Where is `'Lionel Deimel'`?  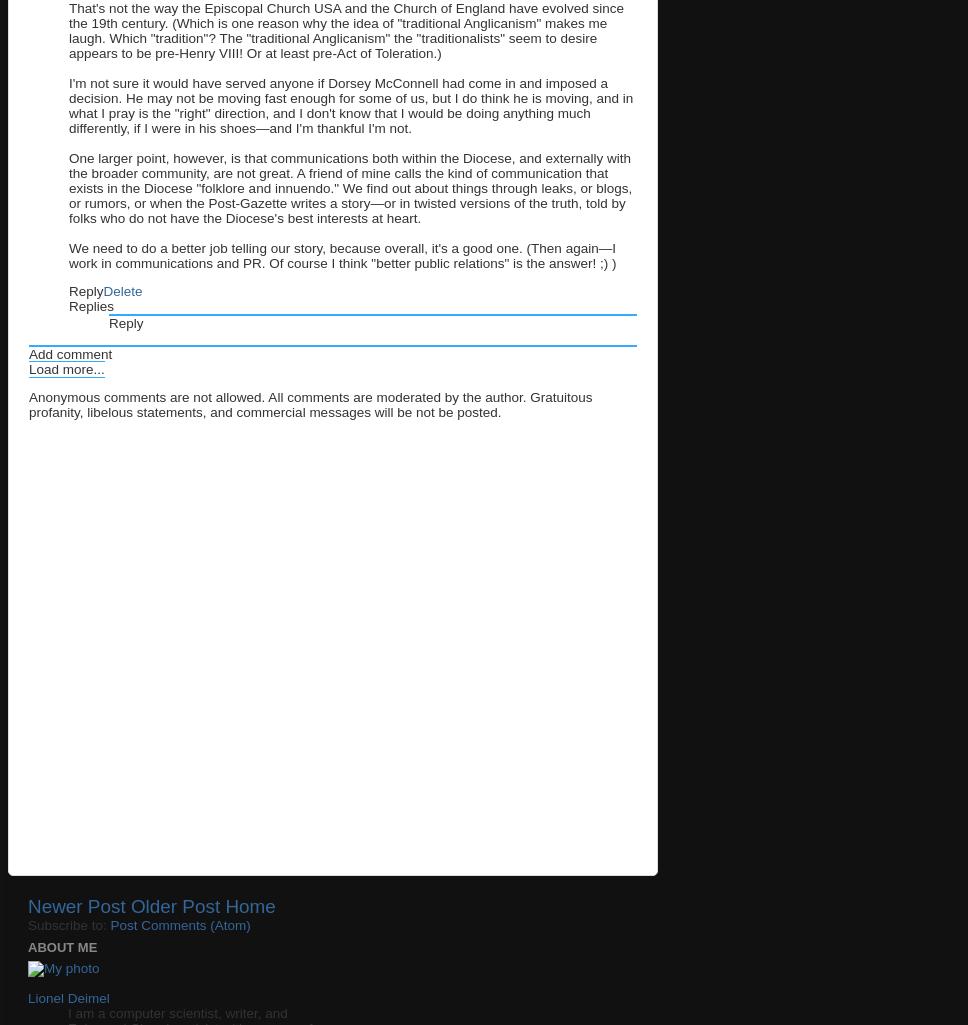 'Lionel Deimel' is located at coordinates (67, 996).